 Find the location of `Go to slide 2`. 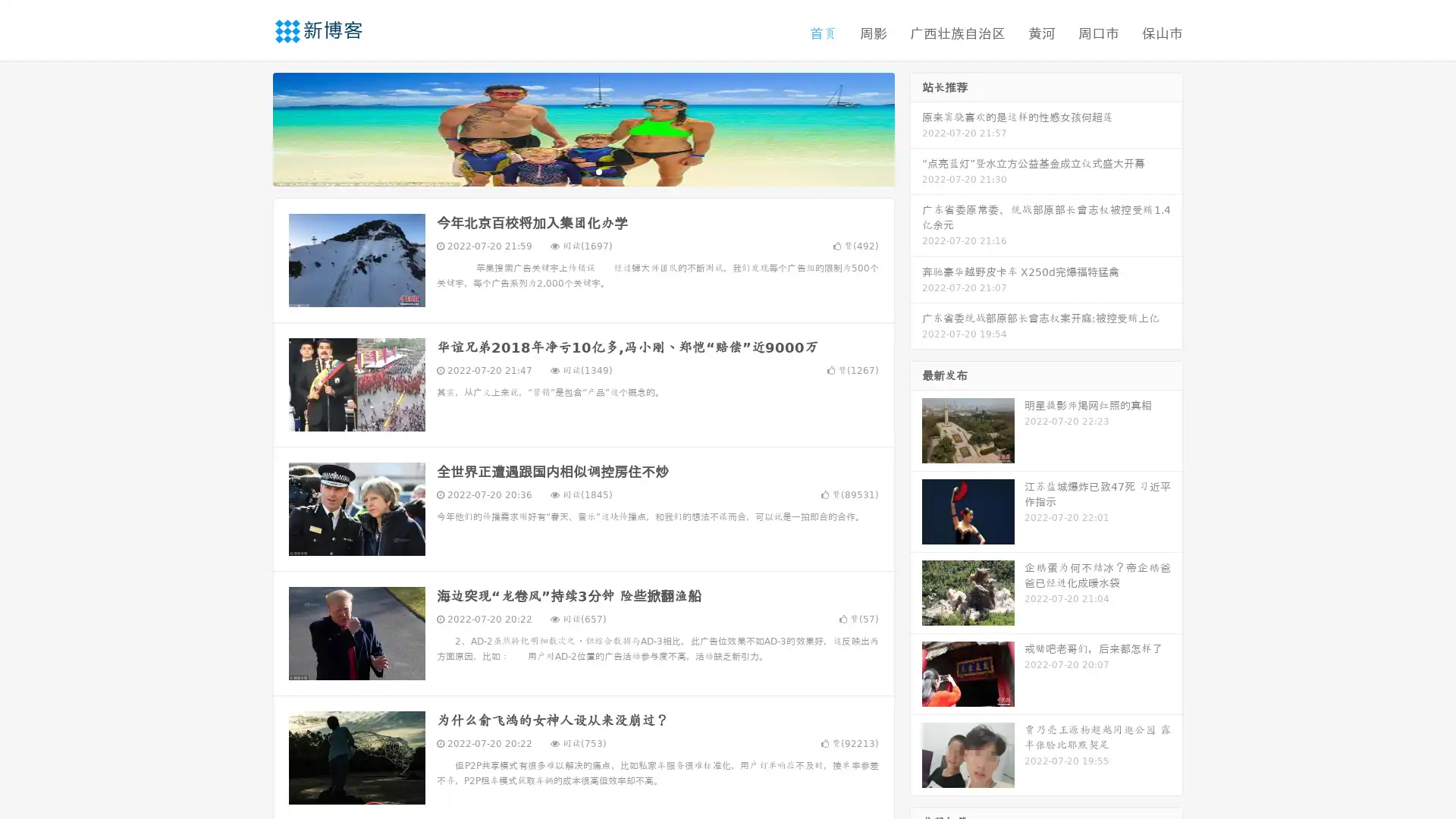

Go to slide 2 is located at coordinates (582, 171).